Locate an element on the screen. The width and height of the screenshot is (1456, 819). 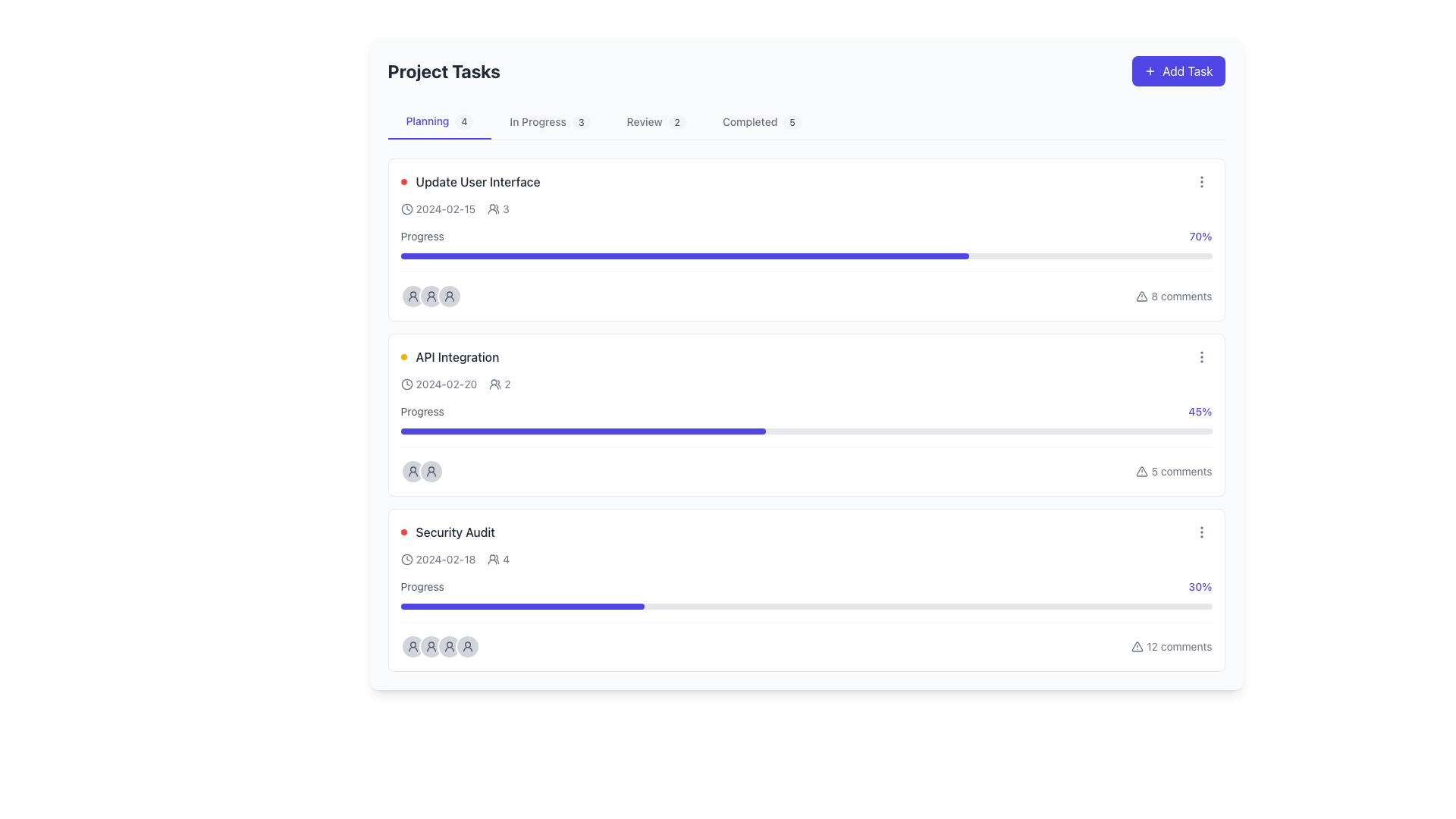
the vertical ellipsis button located at the upper-right of the 'Security Audit' row is located at coordinates (1200, 532).